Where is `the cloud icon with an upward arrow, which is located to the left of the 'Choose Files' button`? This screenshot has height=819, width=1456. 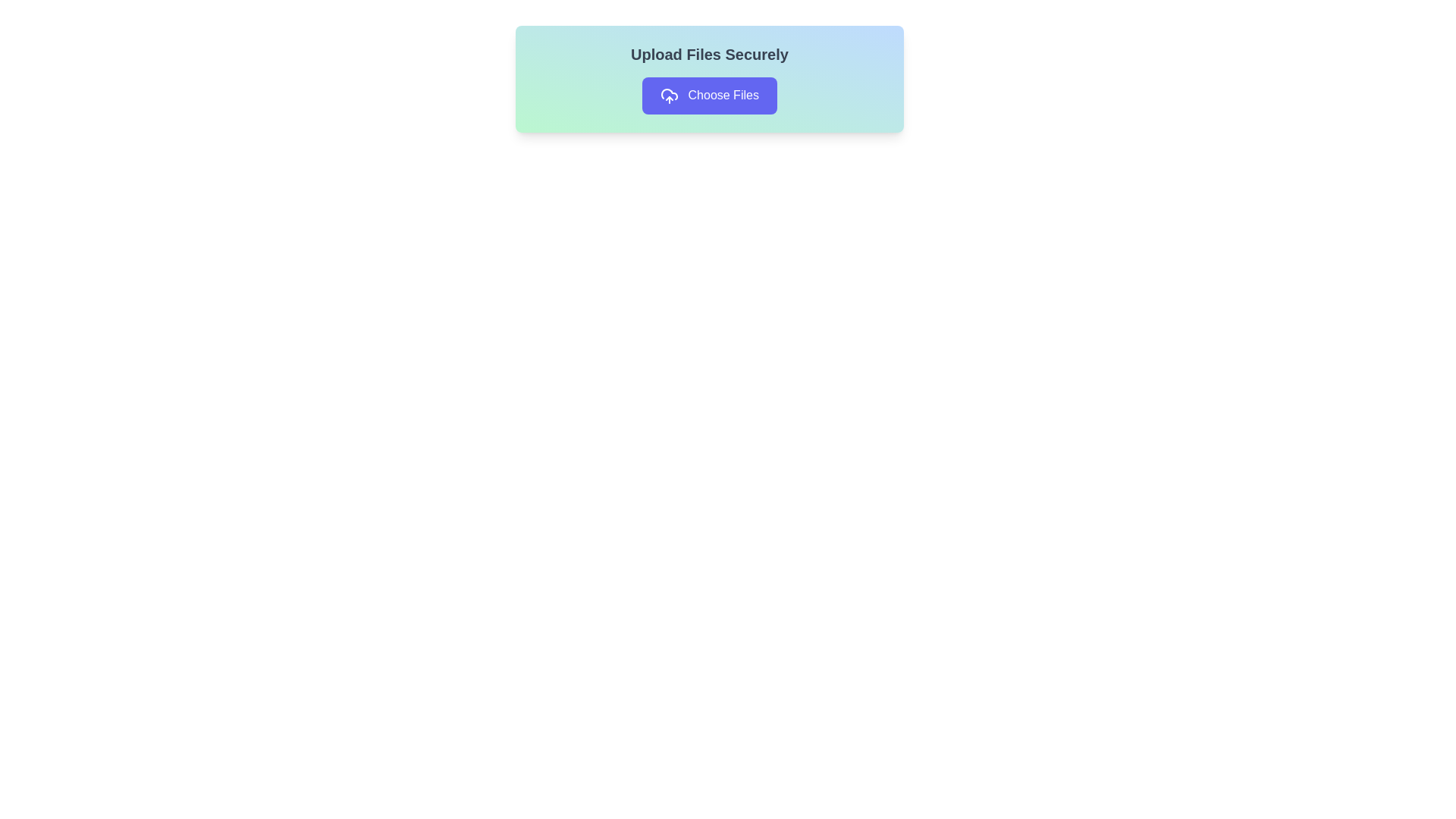 the cloud icon with an upward arrow, which is located to the left of the 'Choose Files' button is located at coordinates (669, 96).